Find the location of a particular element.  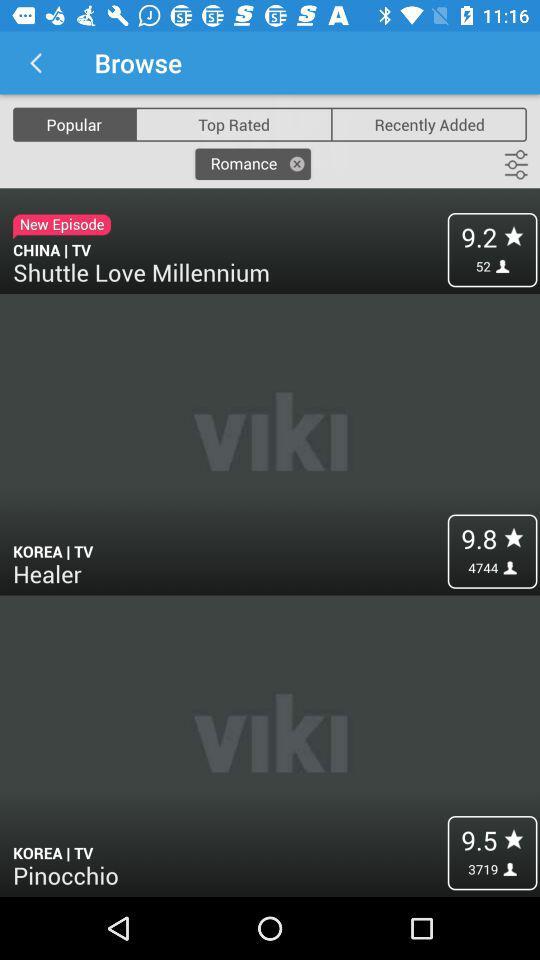

the popular is located at coordinates (73, 123).